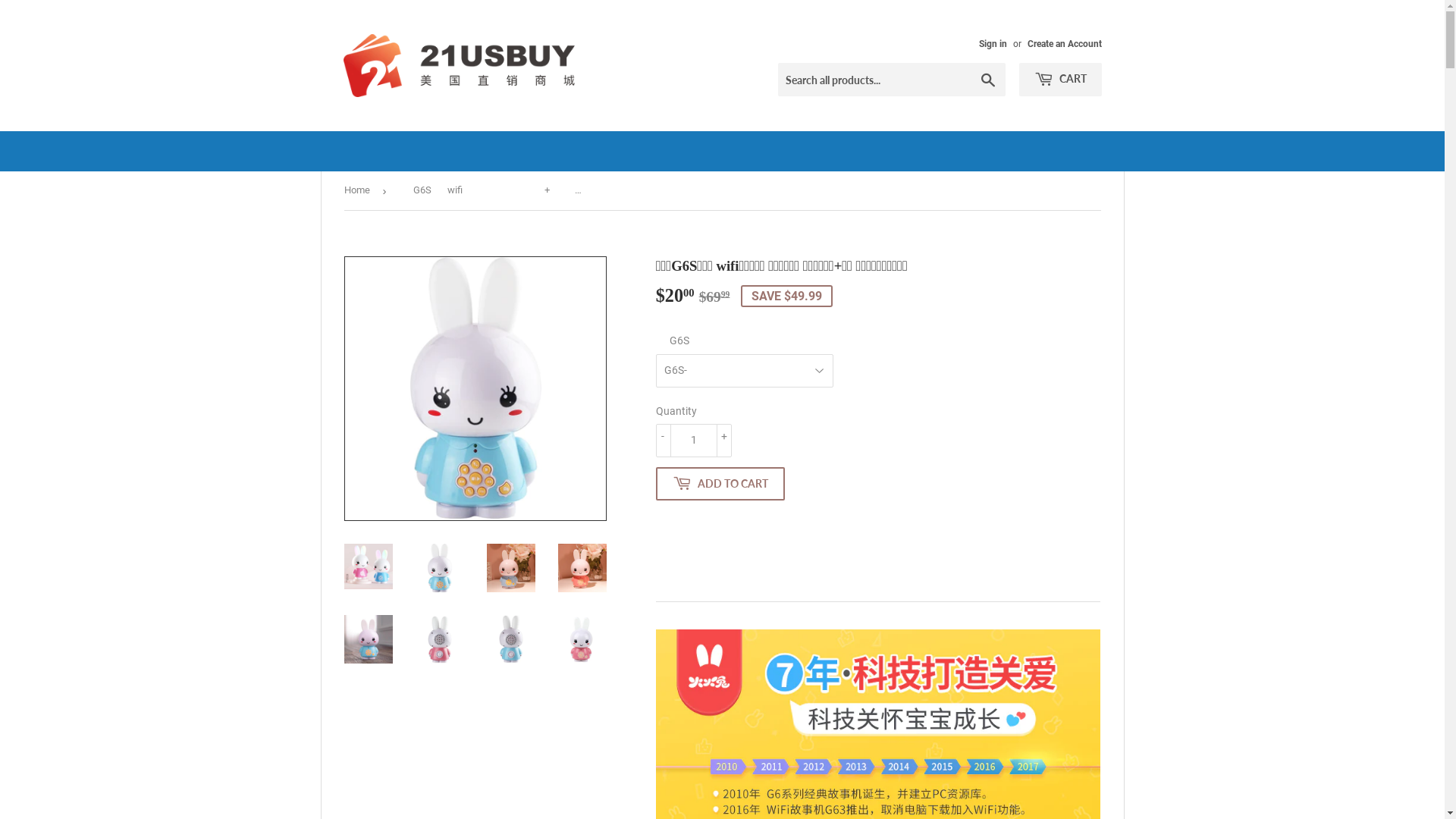 Image resolution: width=1456 pixels, height=819 pixels. I want to click on 'ADD TO CART', so click(720, 483).